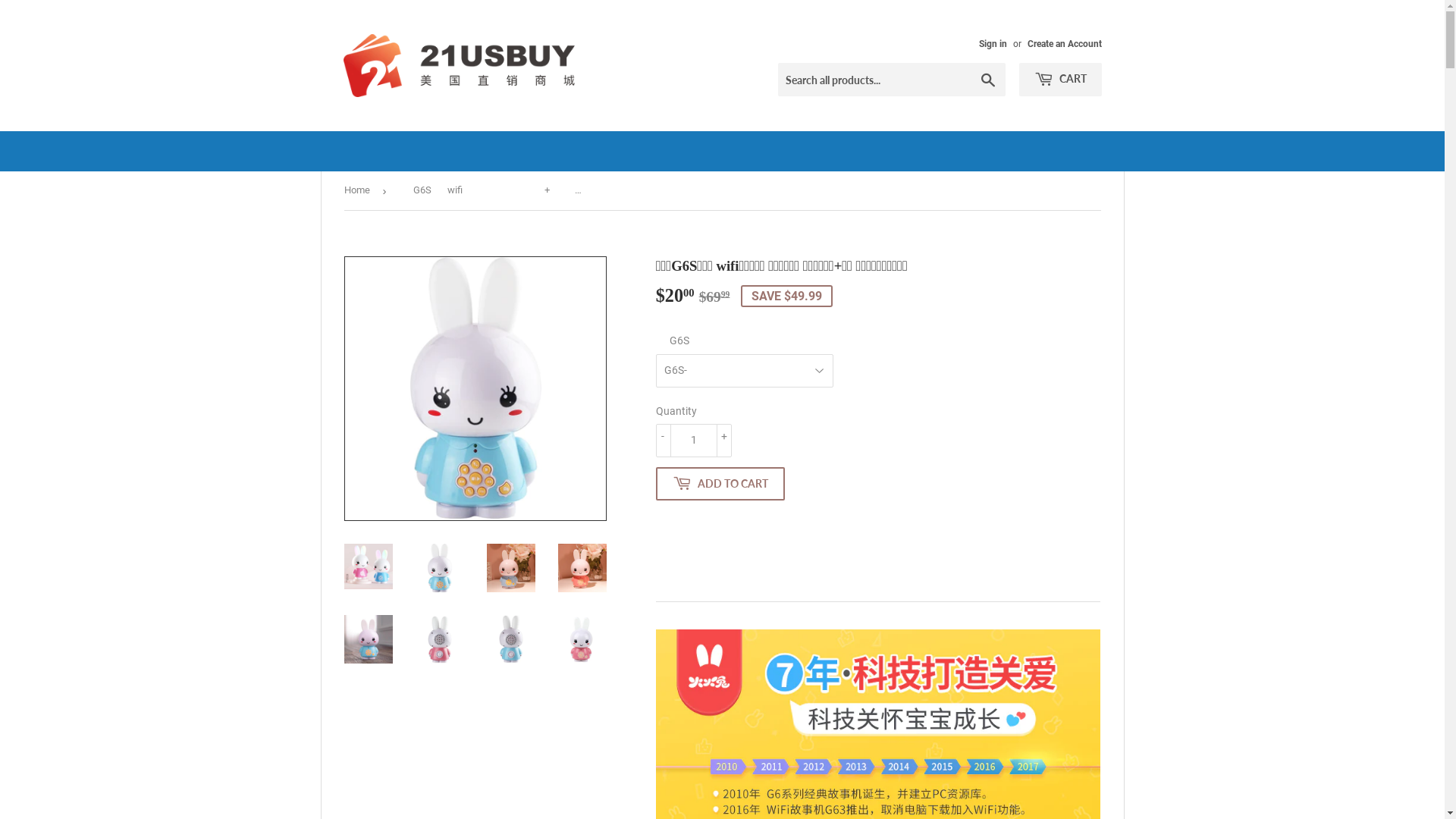 Image resolution: width=1456 pixels, height=819 pixels. I want to click on 'ADD TO CART', so click(720, 483).